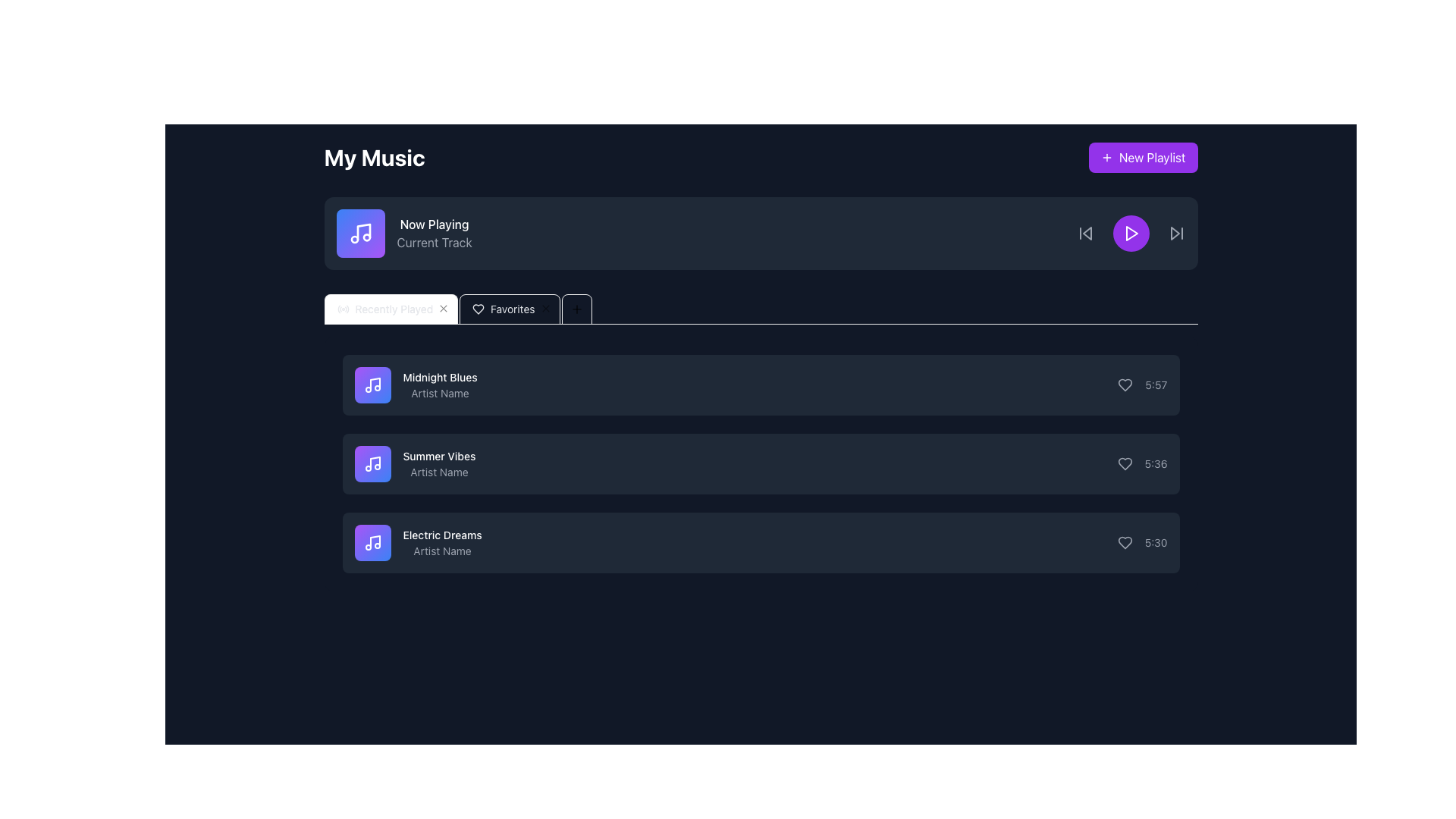 Image resolution: width=1456 pixels, height=819 pixels. What do you see at coordinates (438, 472) in the screenshot?
I see `the static text label element displaying 'Artist Name', which is styled in a small, gray font and positioned below the title 'Summer Vibes' in the music track card` at bounding box center [438, 472].